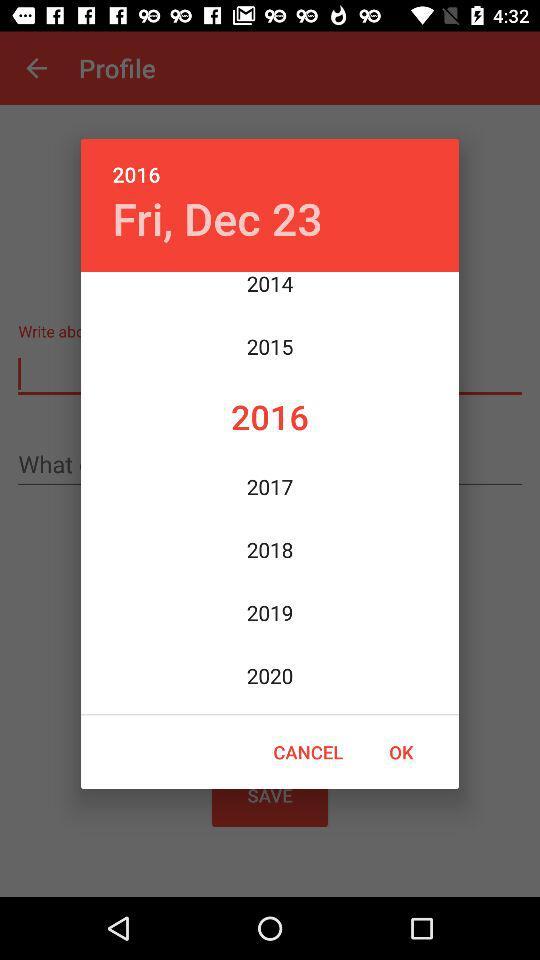  What do you see at coordinates (401, 751) in the screenshot?
I see `the ok icon` at bounding box center [401, 751].